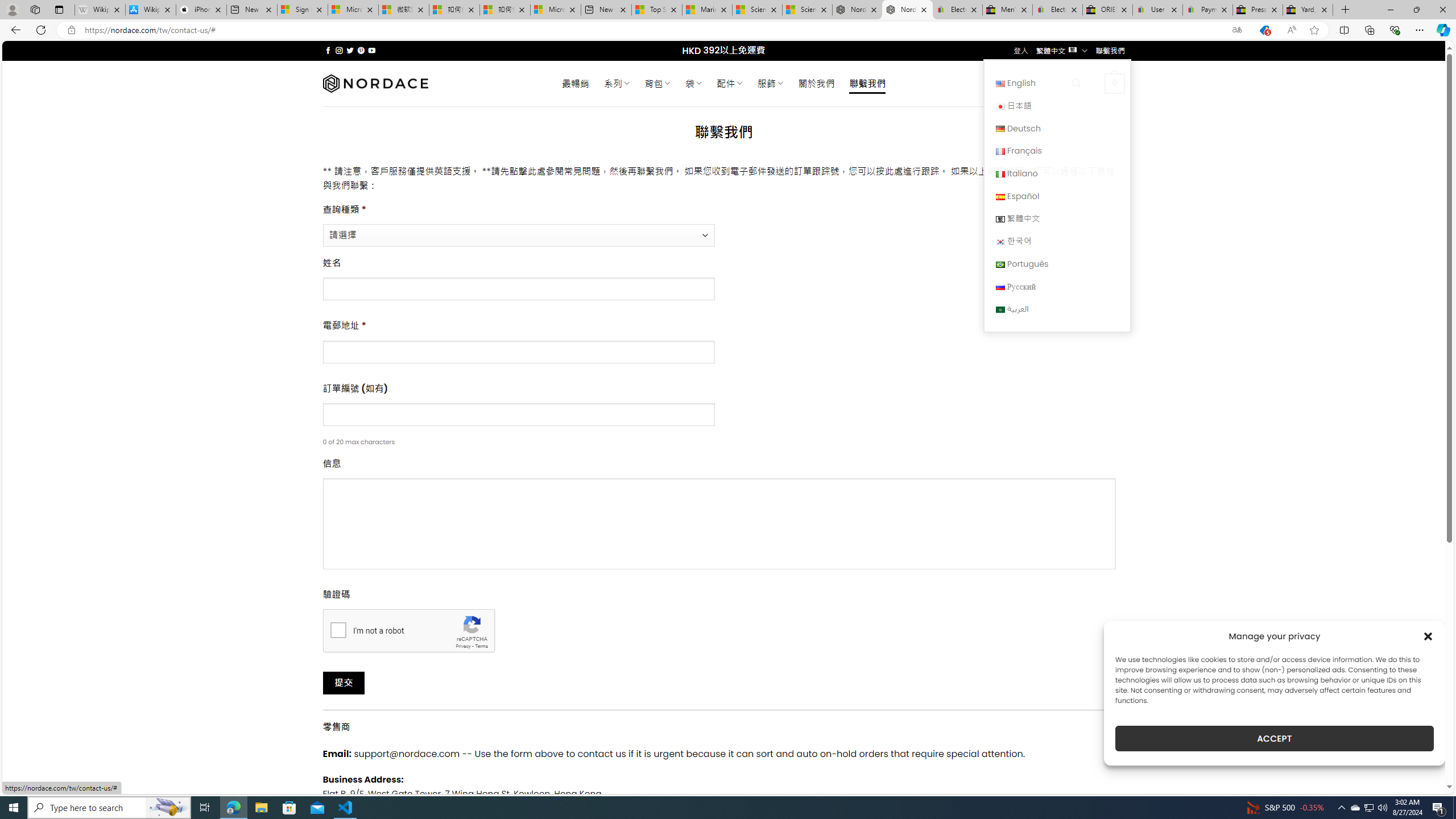 The height and width of the screenshot is (819, 1456). What do you see at coordinates (999, 83) in the screenshot?
I see `'English'` at bounding box center [999, 83].